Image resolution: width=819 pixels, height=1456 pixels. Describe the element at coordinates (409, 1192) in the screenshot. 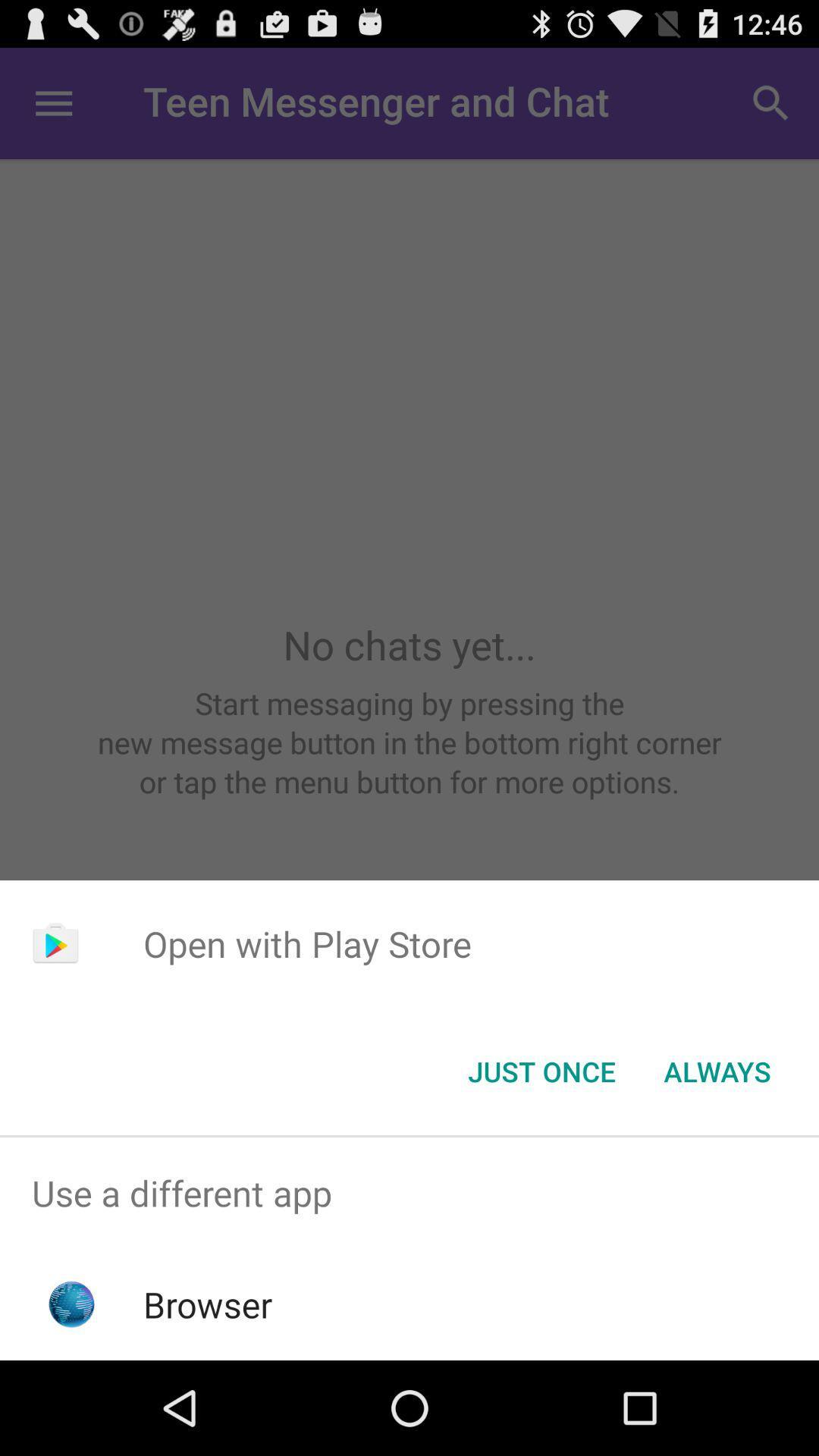

I see `use a different icon` at that location.